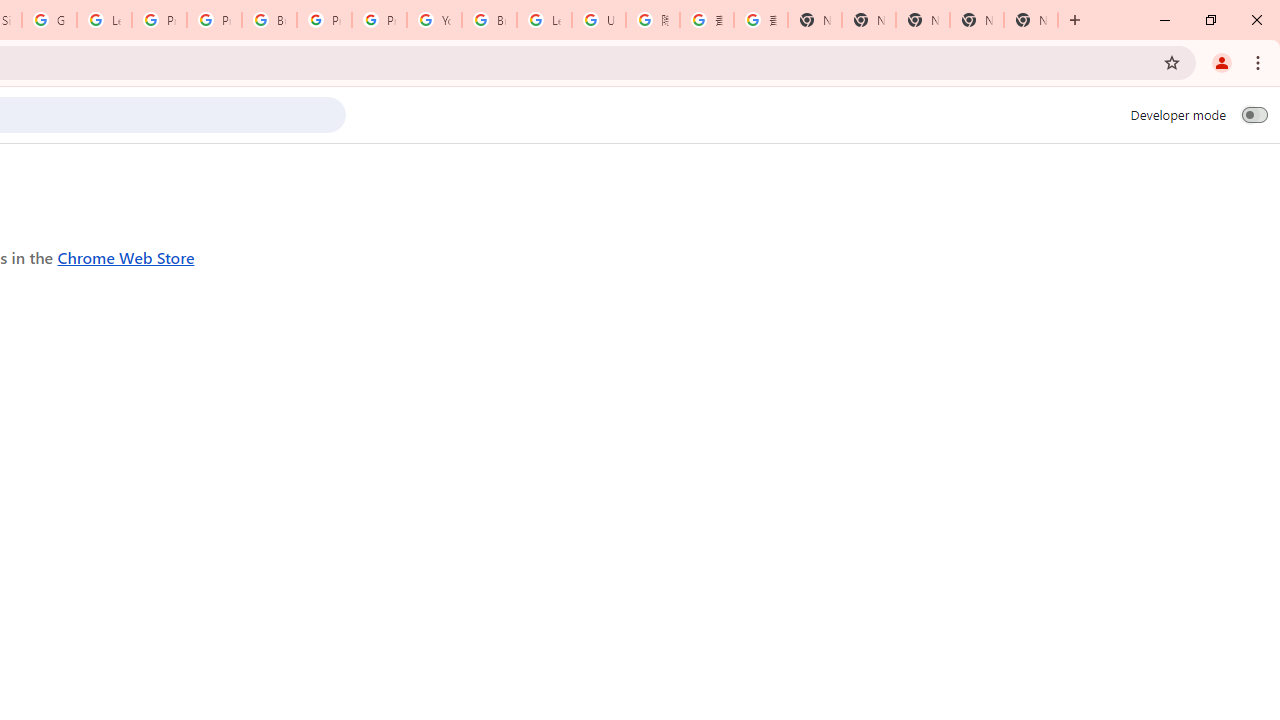 The image size is (1280, 720). What do you see at coordinates (158, 20) in the screenshot?
I see `'Privacy Help Center - Policies Help'` at bounding box center [158, 20].